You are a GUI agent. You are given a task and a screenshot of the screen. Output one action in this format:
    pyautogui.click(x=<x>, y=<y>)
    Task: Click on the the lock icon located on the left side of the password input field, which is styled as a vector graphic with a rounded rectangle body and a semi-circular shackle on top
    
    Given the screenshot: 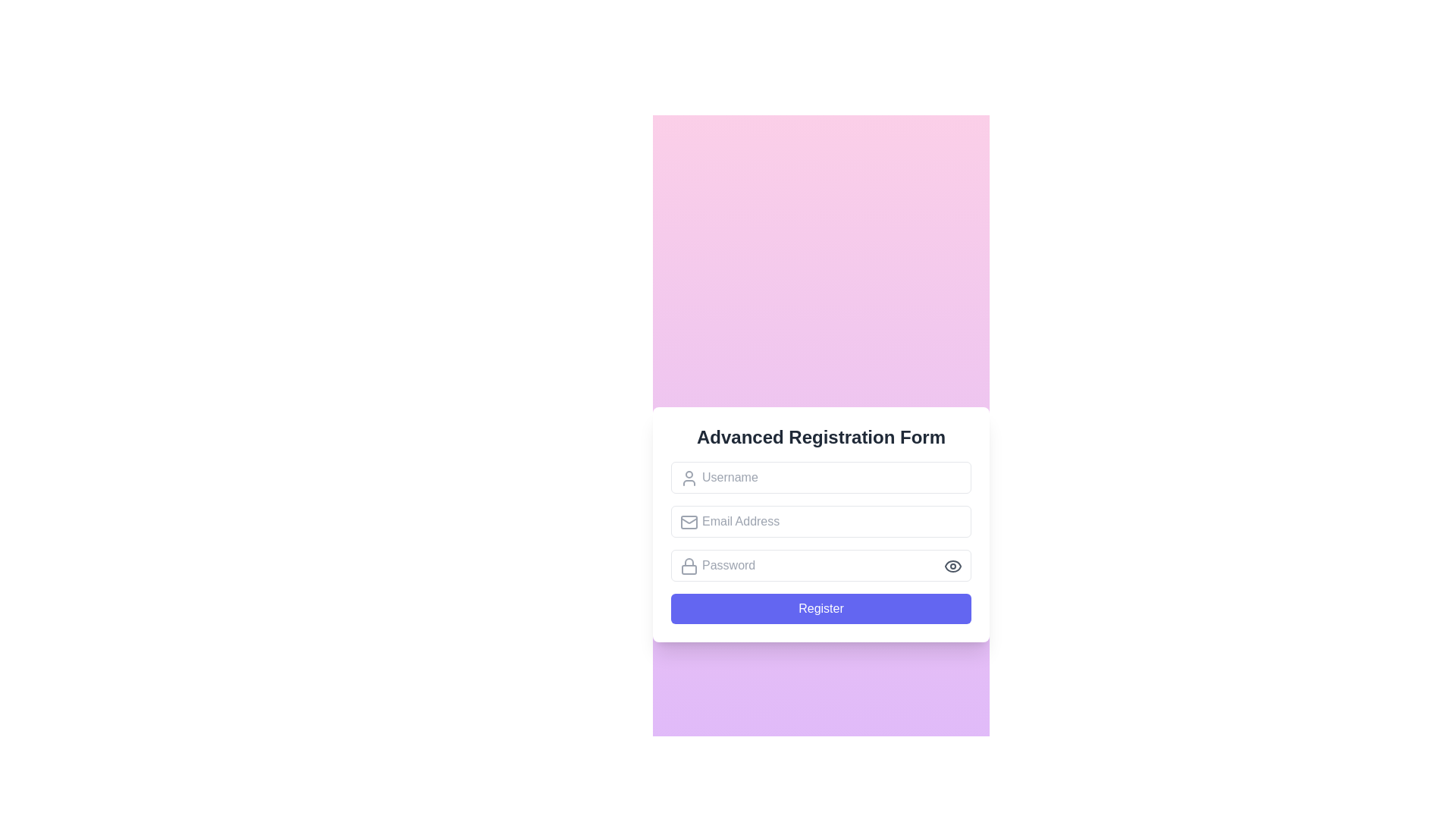 What is the action you would take?
    pyautogui.click(x=688, y=566)
    